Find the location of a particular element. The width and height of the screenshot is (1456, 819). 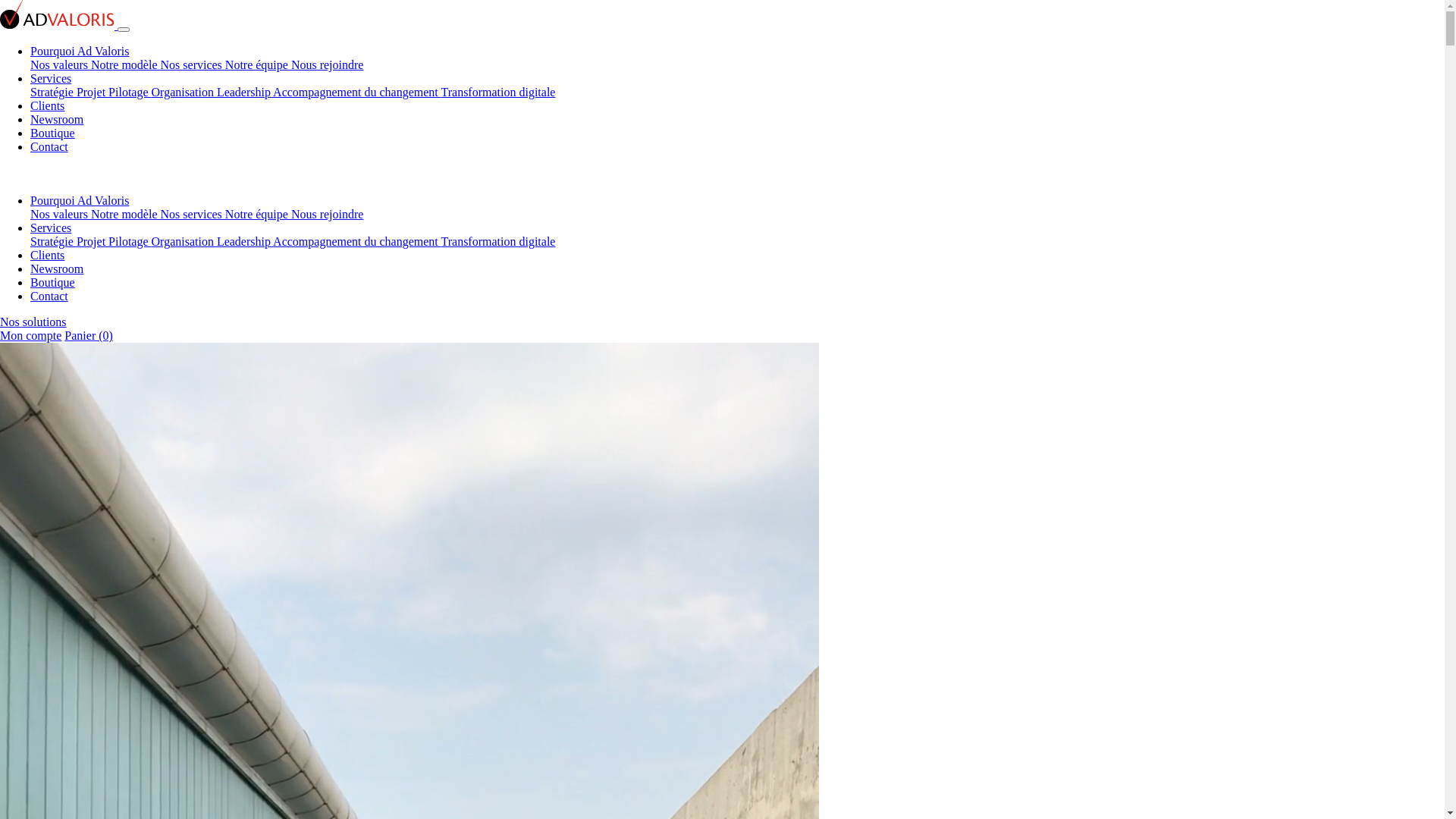

'Services' is located at coordinates (51, 78).